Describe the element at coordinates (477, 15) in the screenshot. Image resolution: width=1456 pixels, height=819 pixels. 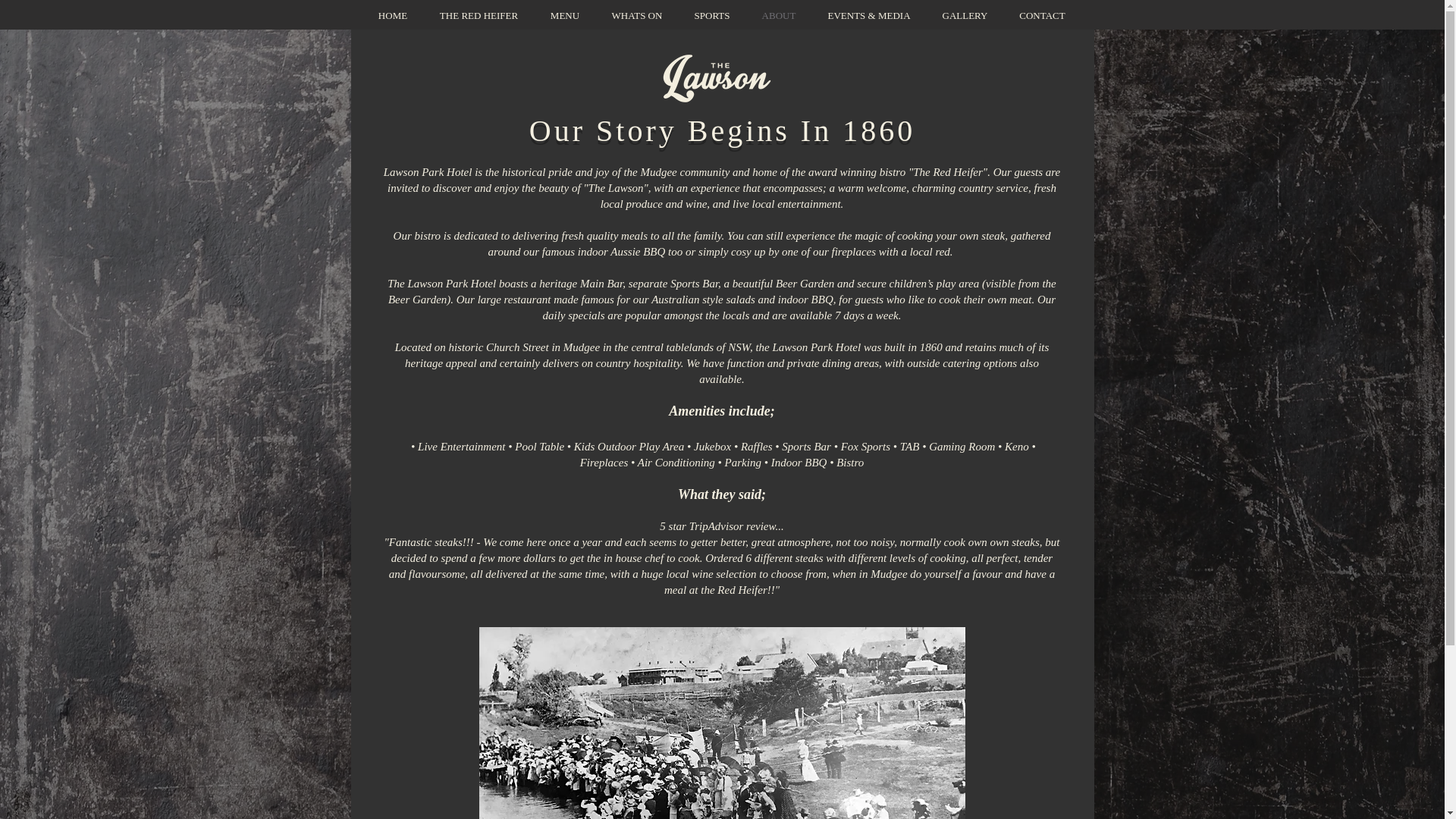
I see `'THE RED HEIFER'` at that location.